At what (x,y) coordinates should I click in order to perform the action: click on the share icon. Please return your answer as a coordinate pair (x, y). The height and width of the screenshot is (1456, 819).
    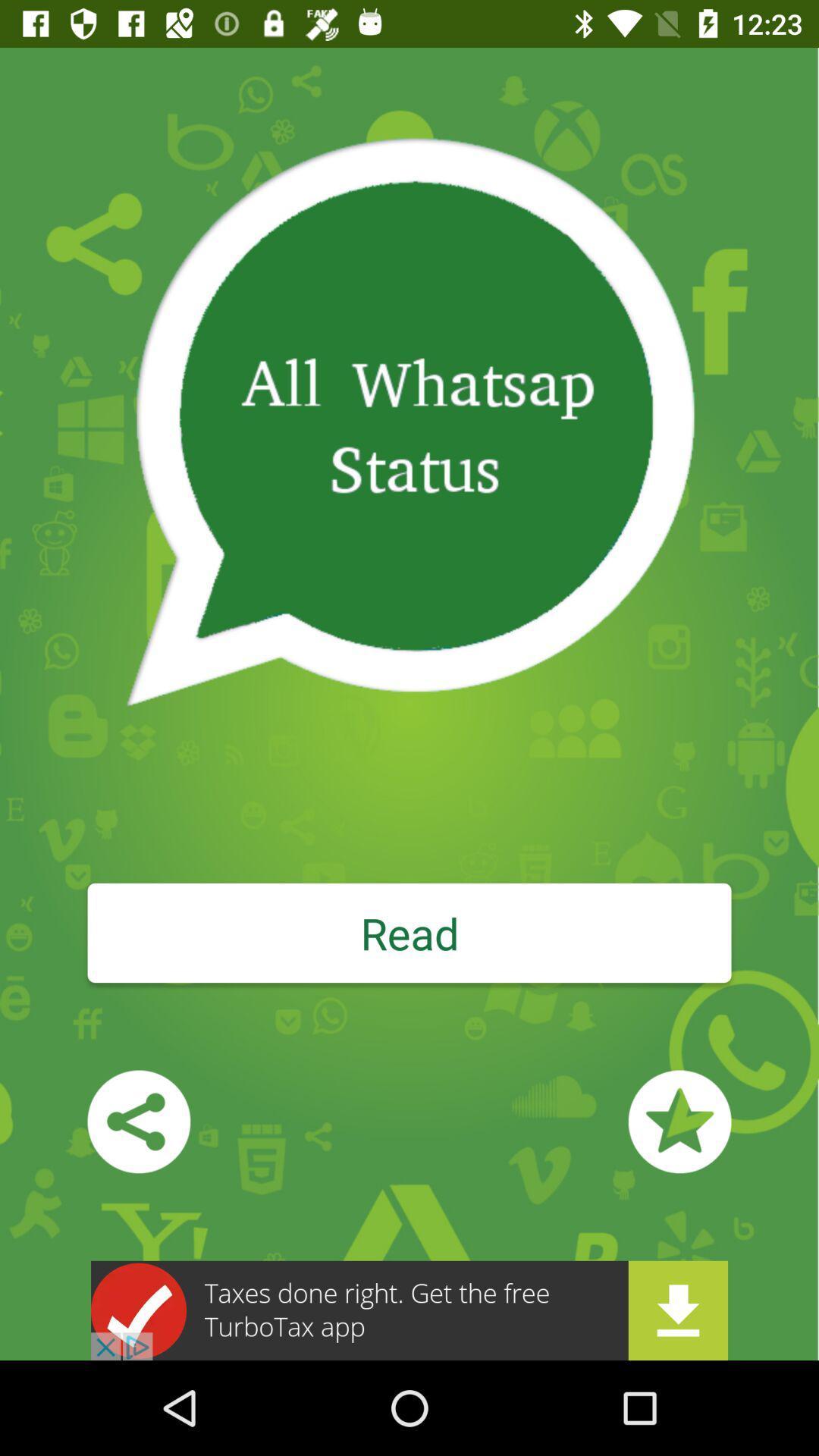
    Looking at the image, I should click on (139, 1122).